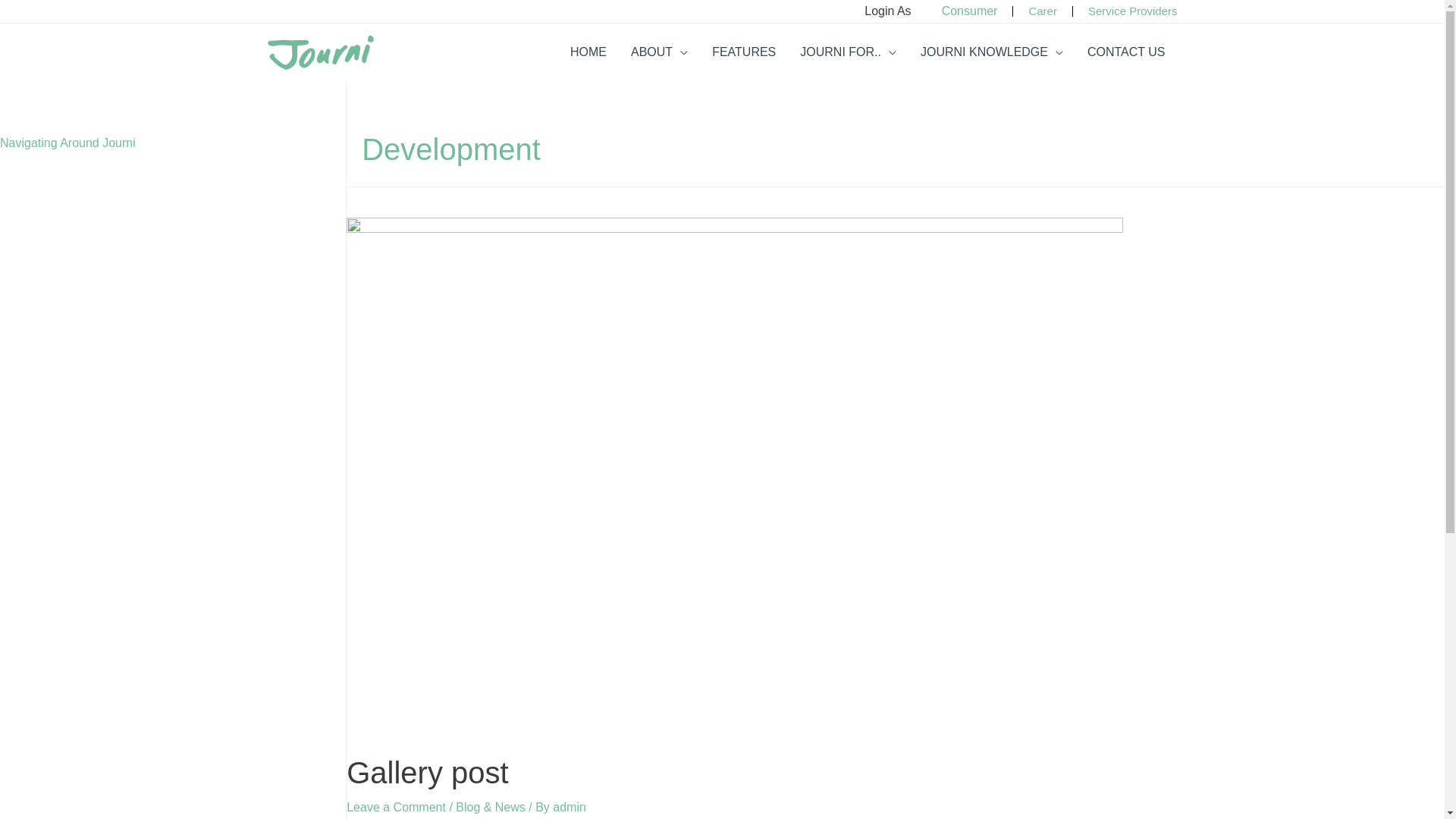  What do you see at coordinates (908, 52) in the screenshot?
I see `'JOURNI KNOWLEDGE'` at bounding box center [908, 52].